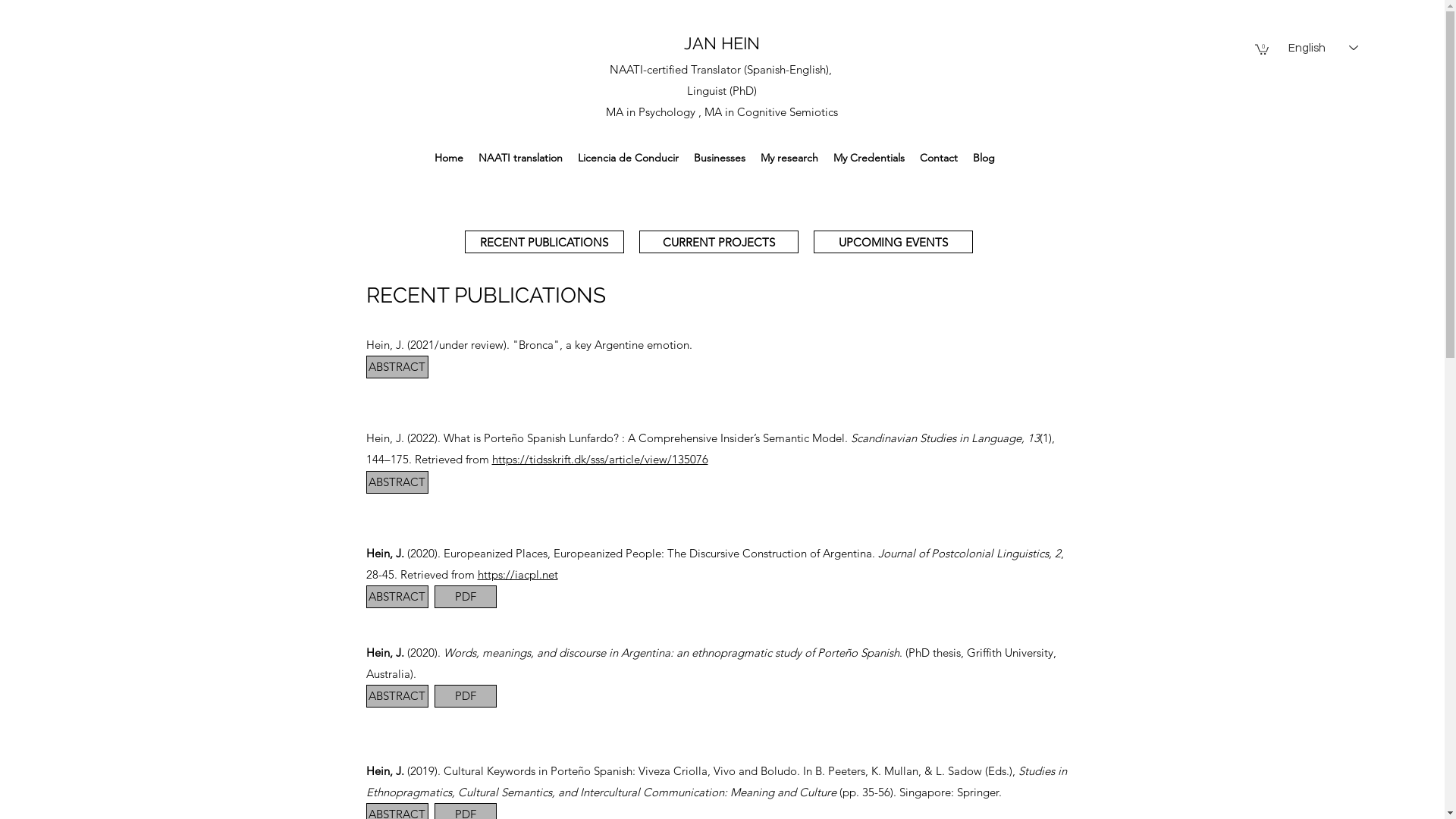 Image resolution: width=1456 pixels, height=819 pixels. I want to click on 'Home', so click(447, 158).